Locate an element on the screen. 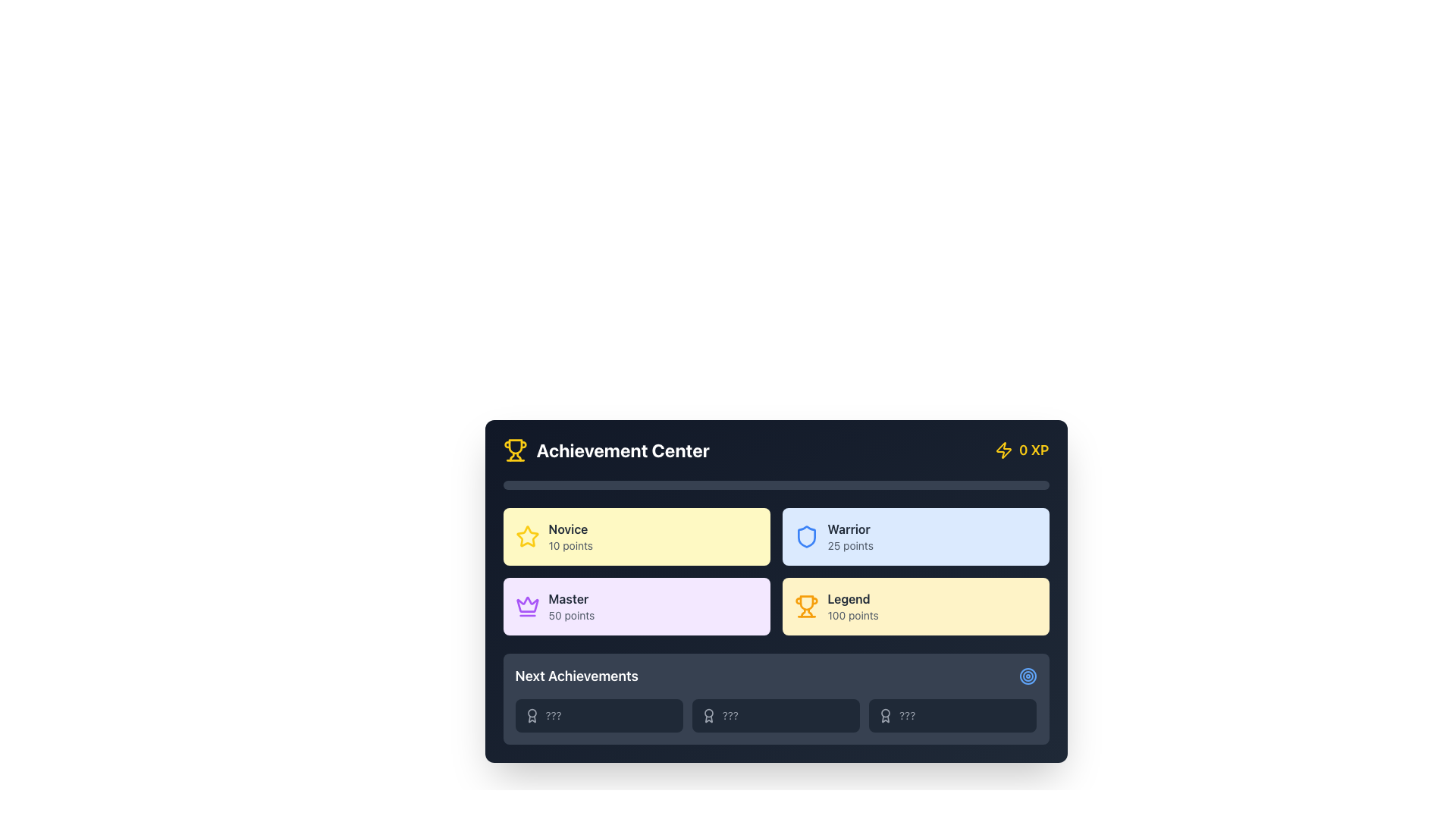  the informational display component titled 'Legend' with a score of '100 points', located in the bottom-right cell of the achievement center grid layout is located at coordinates (853, 605).